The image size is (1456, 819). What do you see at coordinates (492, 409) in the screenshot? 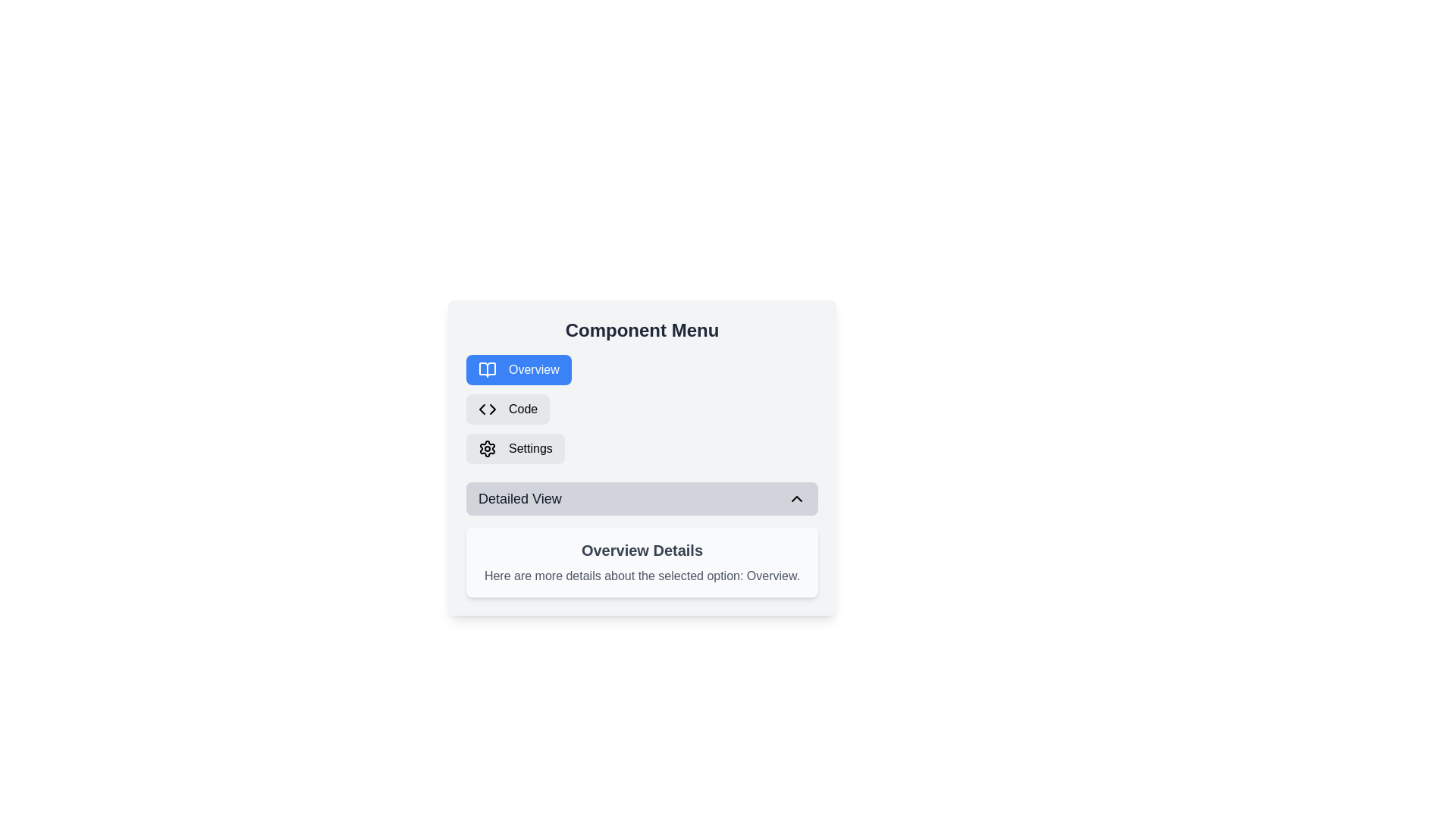
I see `the right-pointing arrow of the bidirectional caret icon set, which is located in the code icon group between the 'Overview' and 'Settings' buttons` at bounding box center [492, 409].